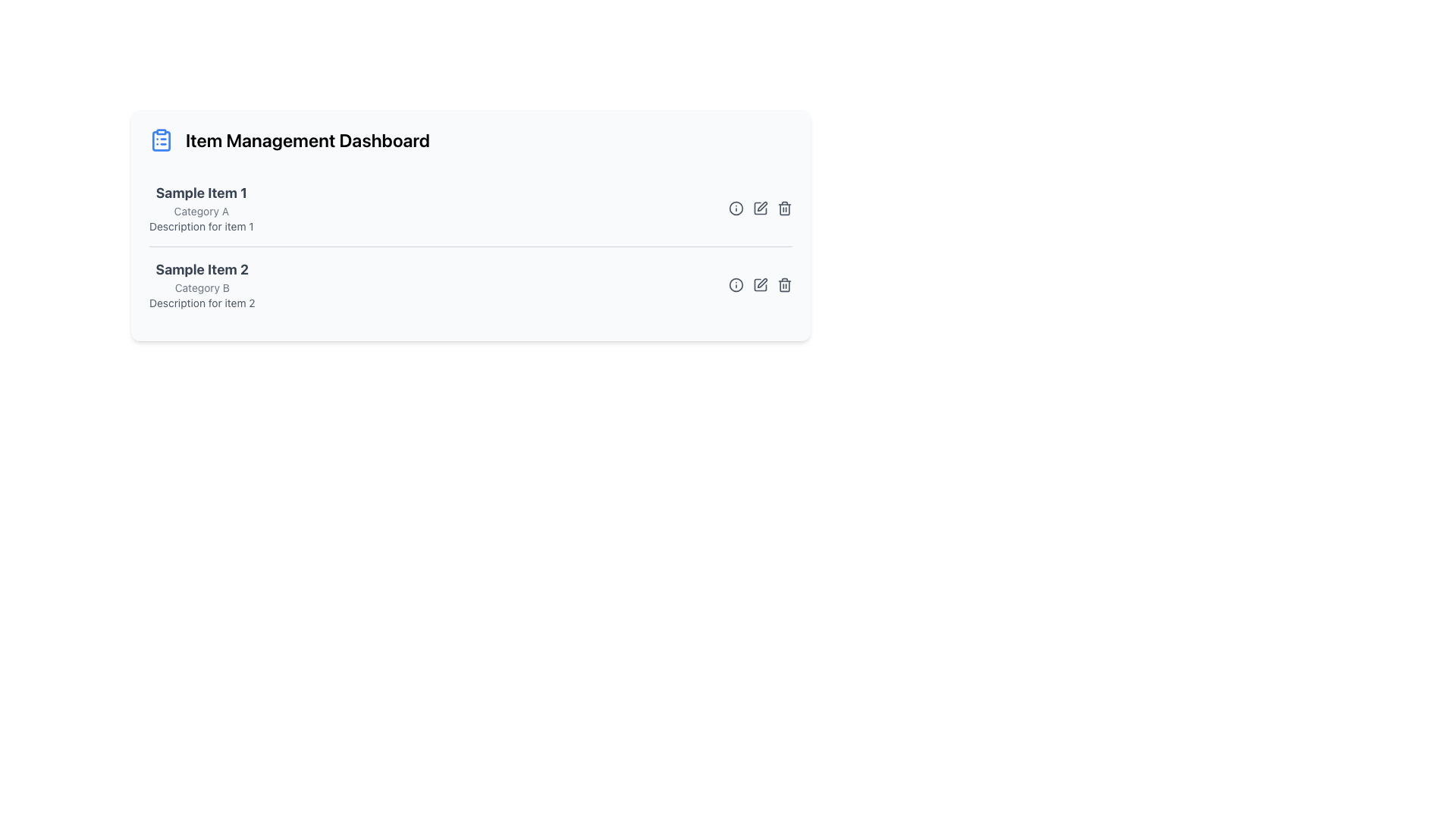 The height and width of the screenshot is (819, 1456). What do you see at coordinates (736, 208) in the screenshot?
I see `the circular graphical decoration within the information icon located to the right of 'Sample Item 2' in the action icon set` at bounding box center [736, 208].